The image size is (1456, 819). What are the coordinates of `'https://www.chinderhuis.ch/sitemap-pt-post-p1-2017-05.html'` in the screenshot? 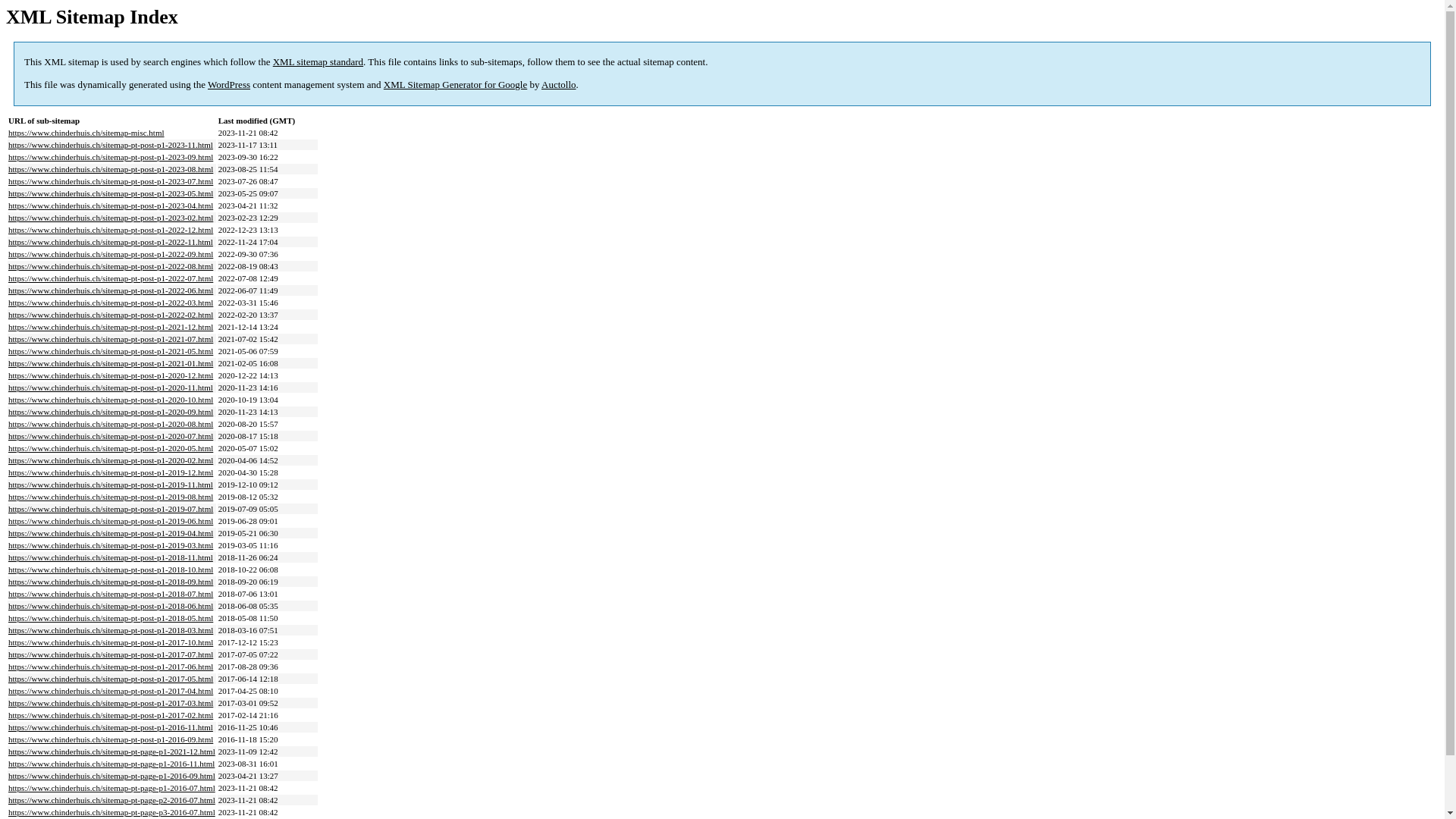 It's located at (109, 677).